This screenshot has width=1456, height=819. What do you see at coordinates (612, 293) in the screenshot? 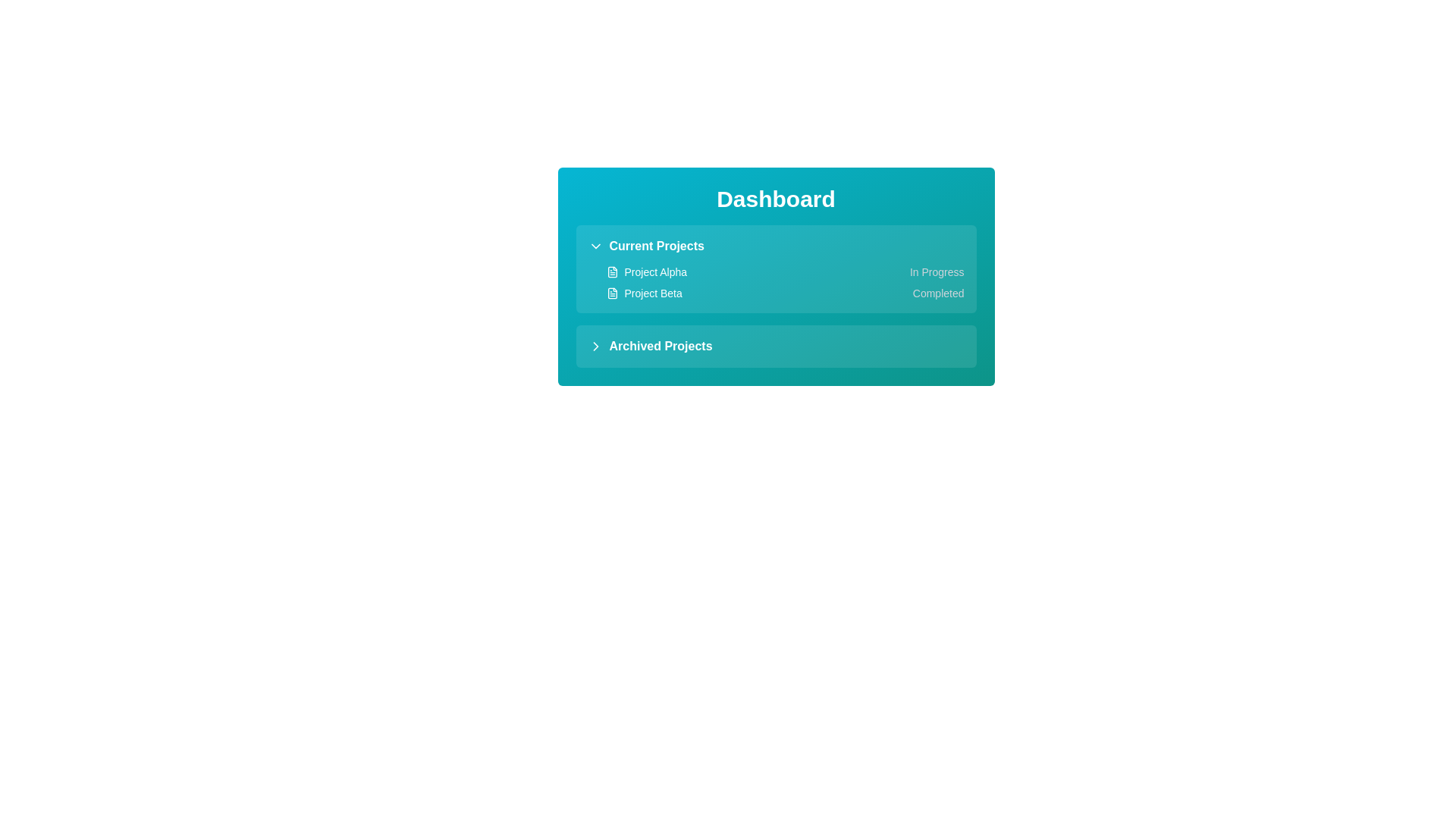
I see `the document icon representing 'Project Beta' located in the 'Current Projects' section of the dashboard, positioned to the left of the text 'Project Beta'` at bounding box center [612, 293].